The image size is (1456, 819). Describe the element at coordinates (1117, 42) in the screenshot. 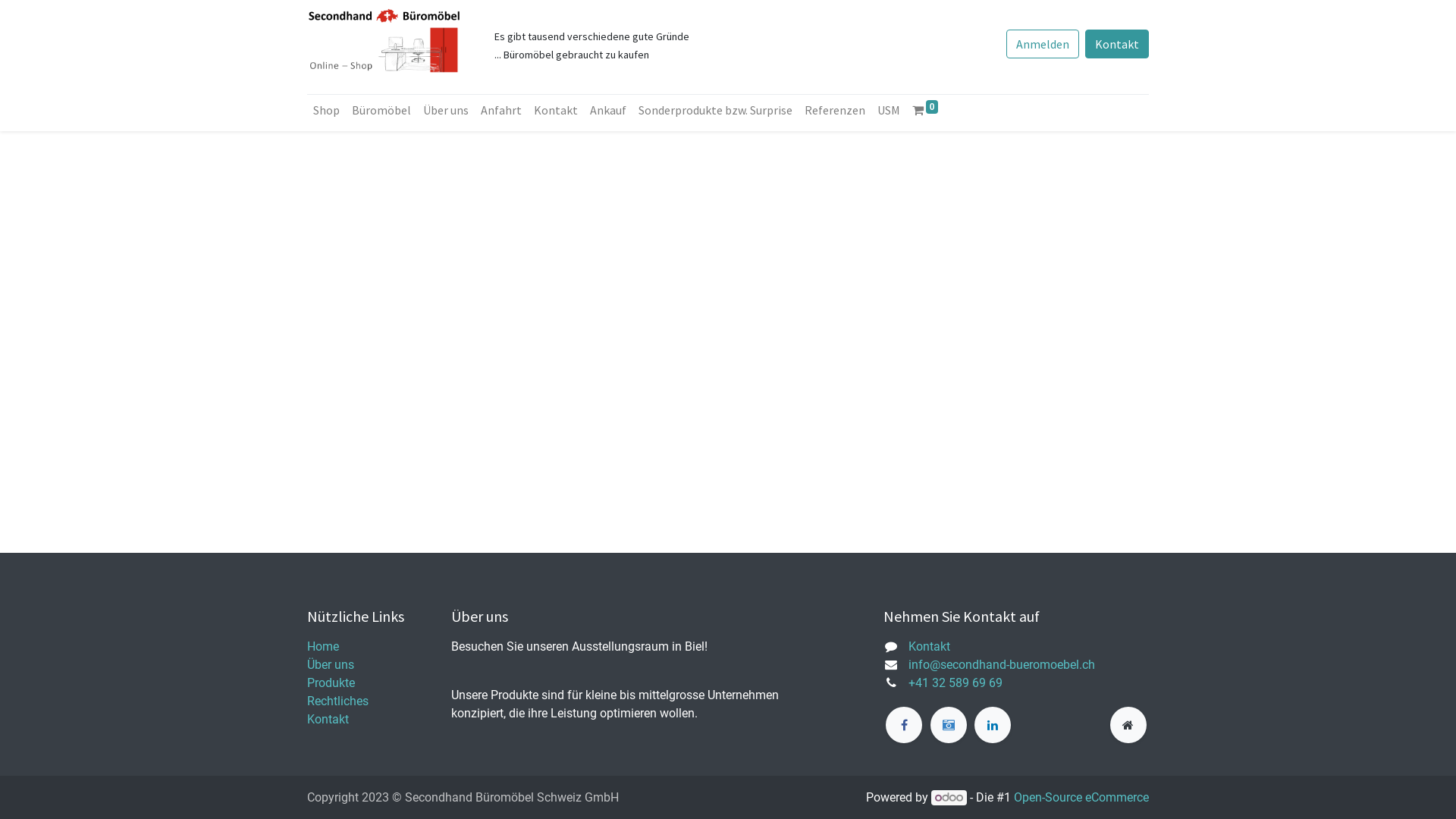

I see `'Kontakt'` at that location.